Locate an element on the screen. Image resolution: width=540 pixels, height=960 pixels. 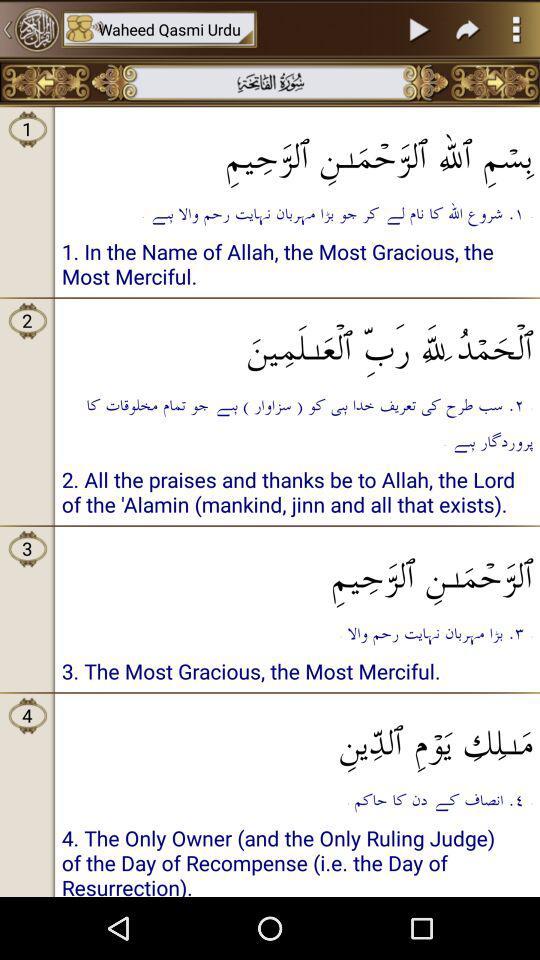
icon to the left of waheed qasmi urdu item is located at coordinates (29, 28).